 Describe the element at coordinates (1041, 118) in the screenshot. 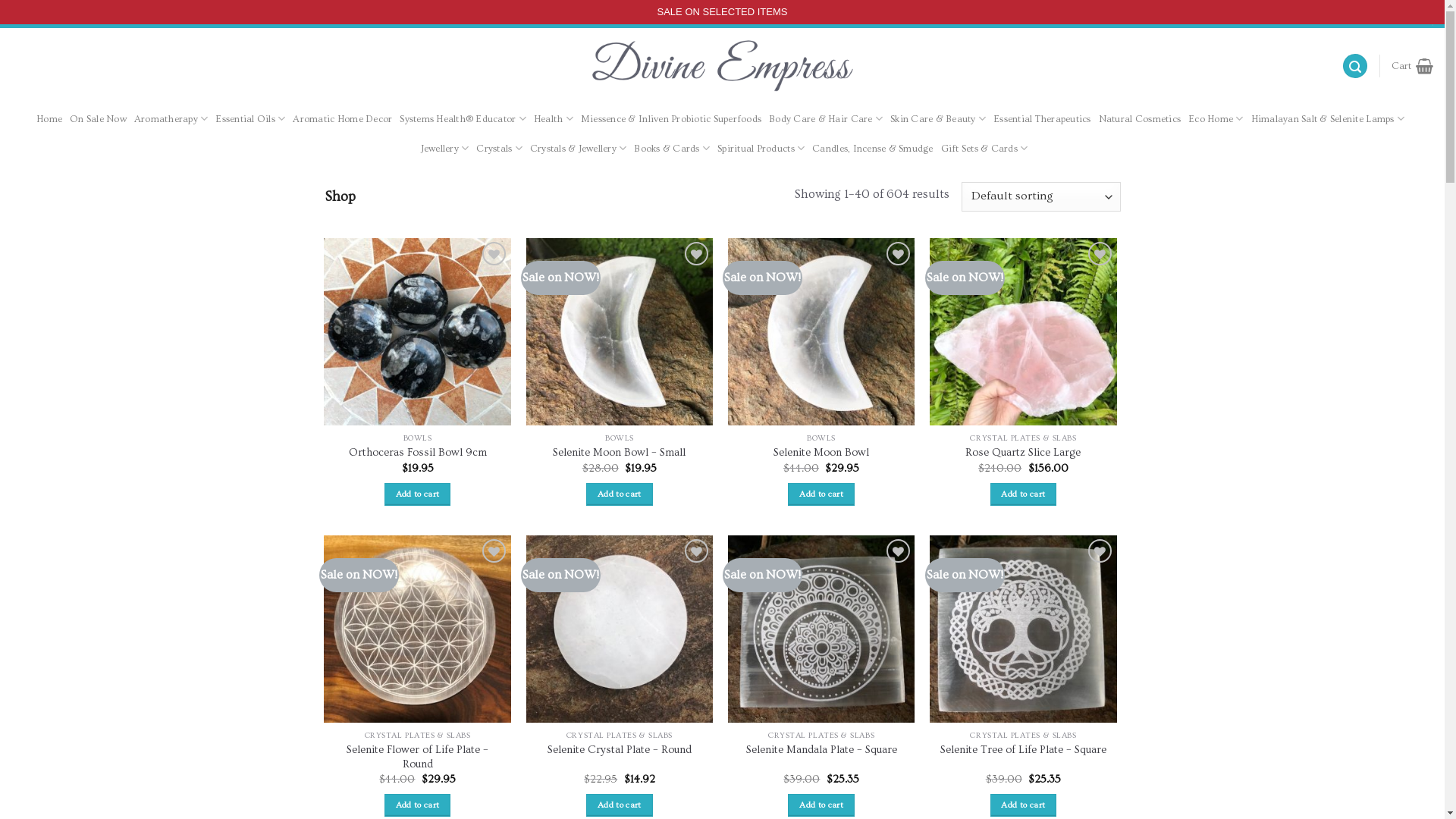

I see `'Essential Therapeutics'` at that location.